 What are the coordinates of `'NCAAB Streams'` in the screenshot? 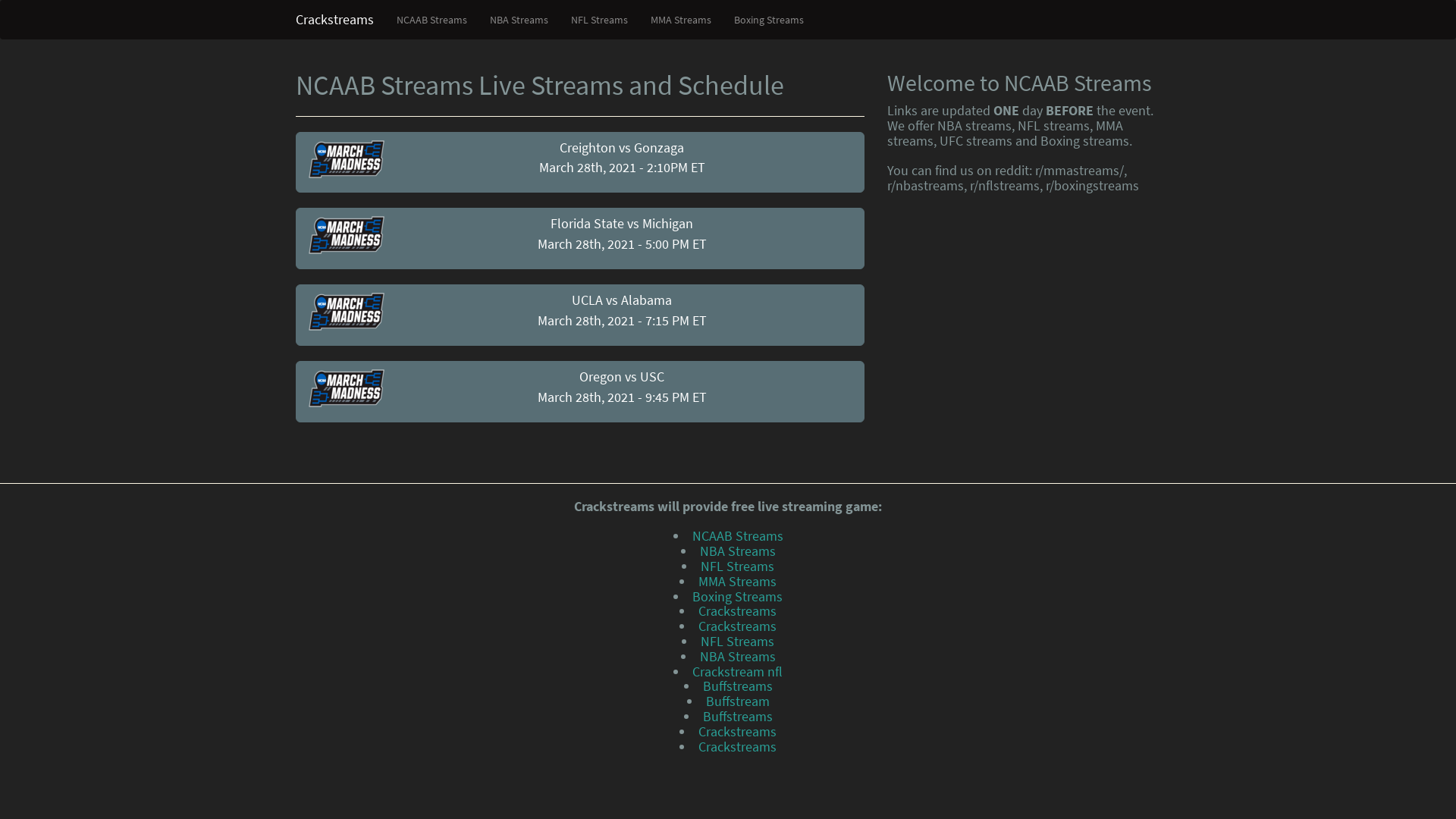 It's located at (431, 20).